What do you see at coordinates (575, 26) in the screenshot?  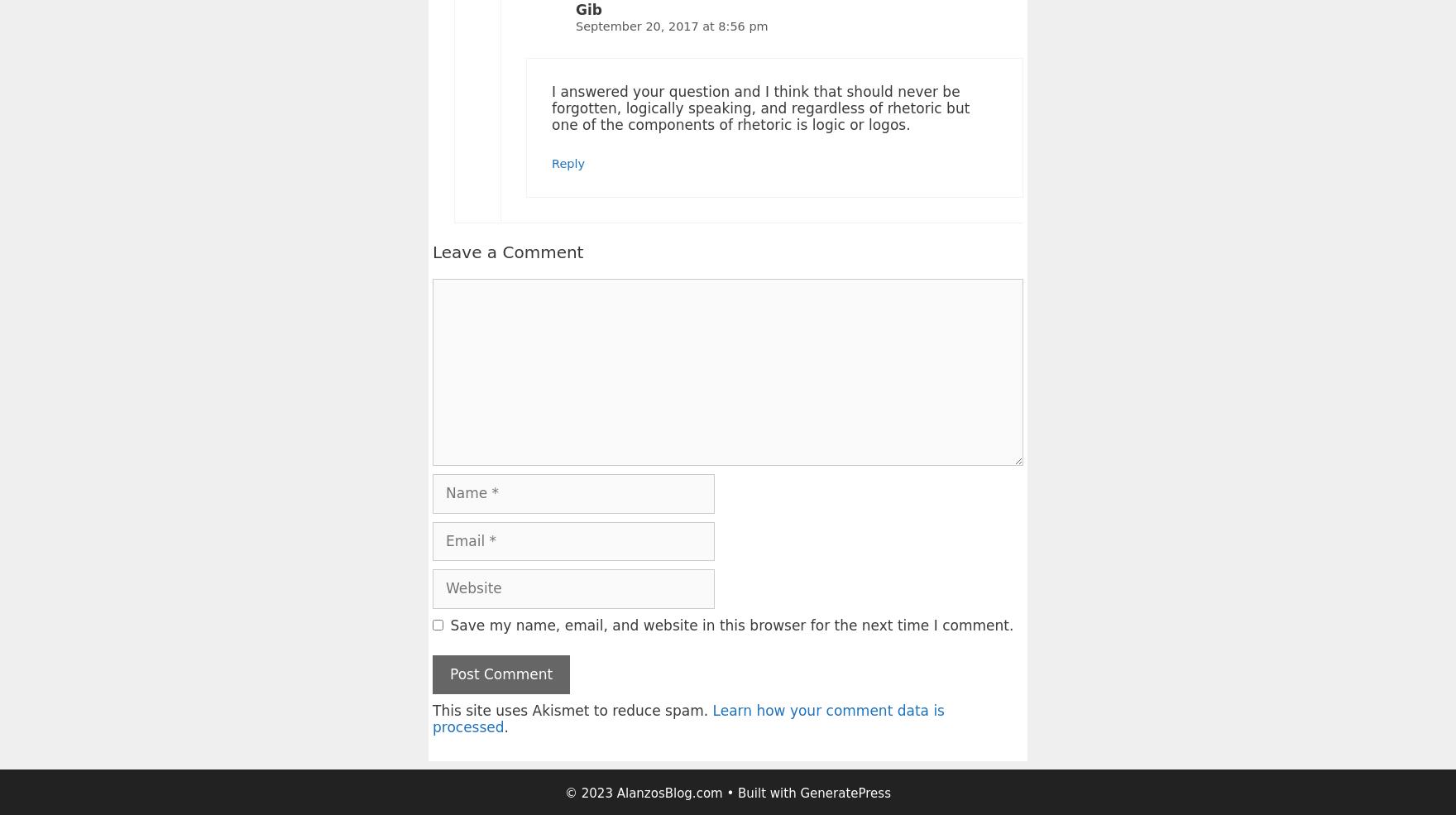 I see `'September 20, 2017 at 8:56 pm'` at bounding box center [575, 26].